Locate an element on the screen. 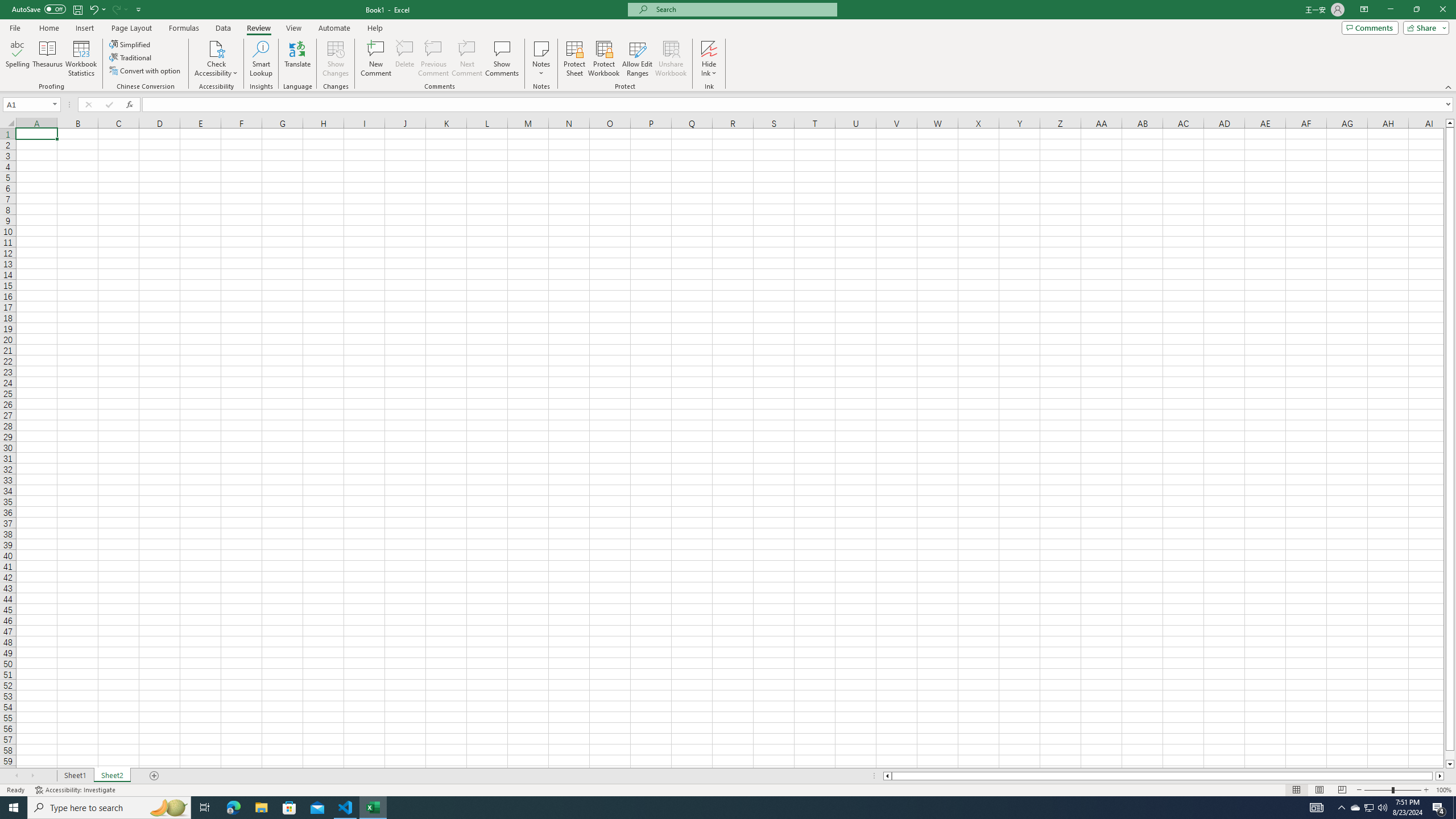  'AutoSave' is located at coordinates (39, 9).